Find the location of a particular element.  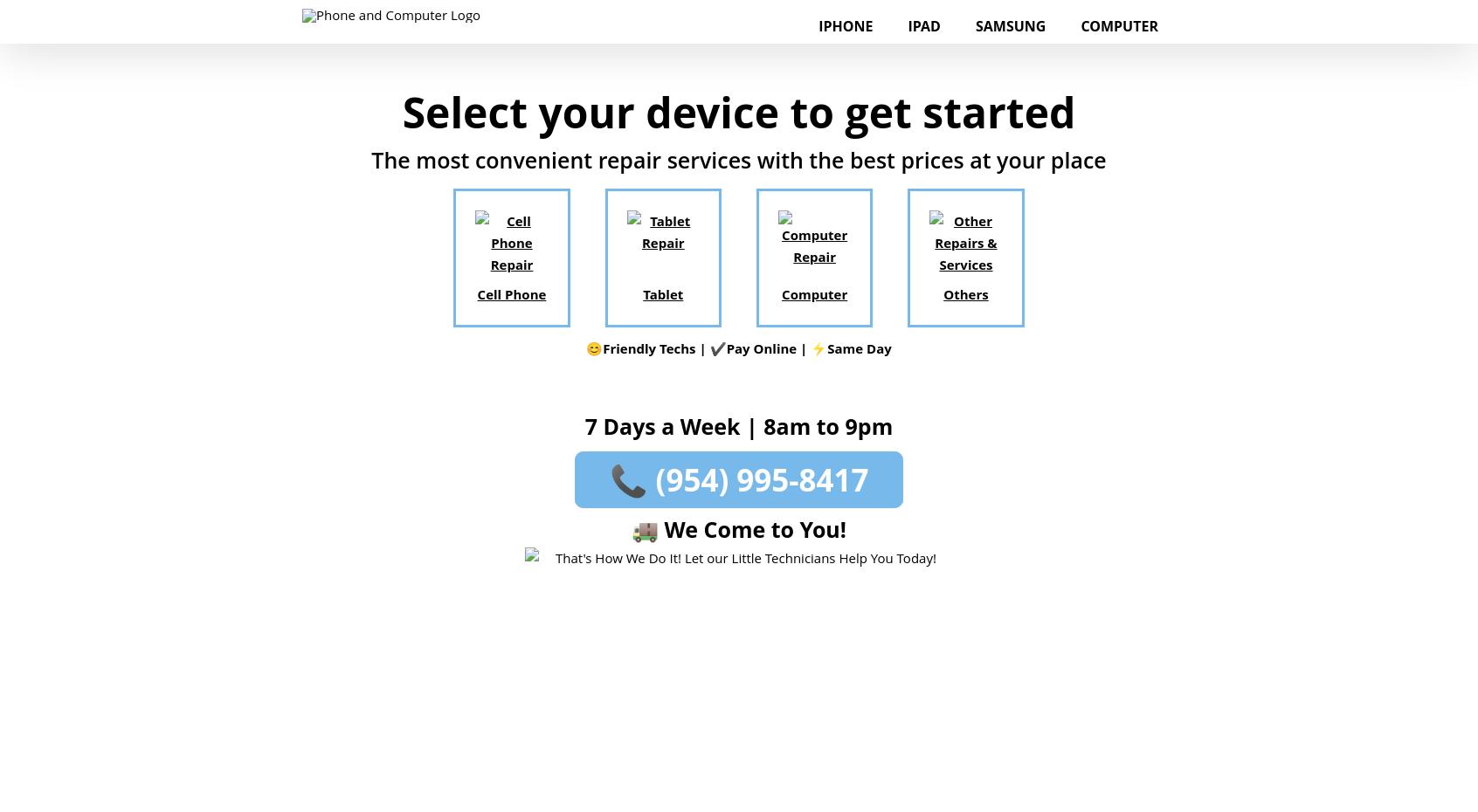

'Cell Phone' is located at coordinates (510, 292).